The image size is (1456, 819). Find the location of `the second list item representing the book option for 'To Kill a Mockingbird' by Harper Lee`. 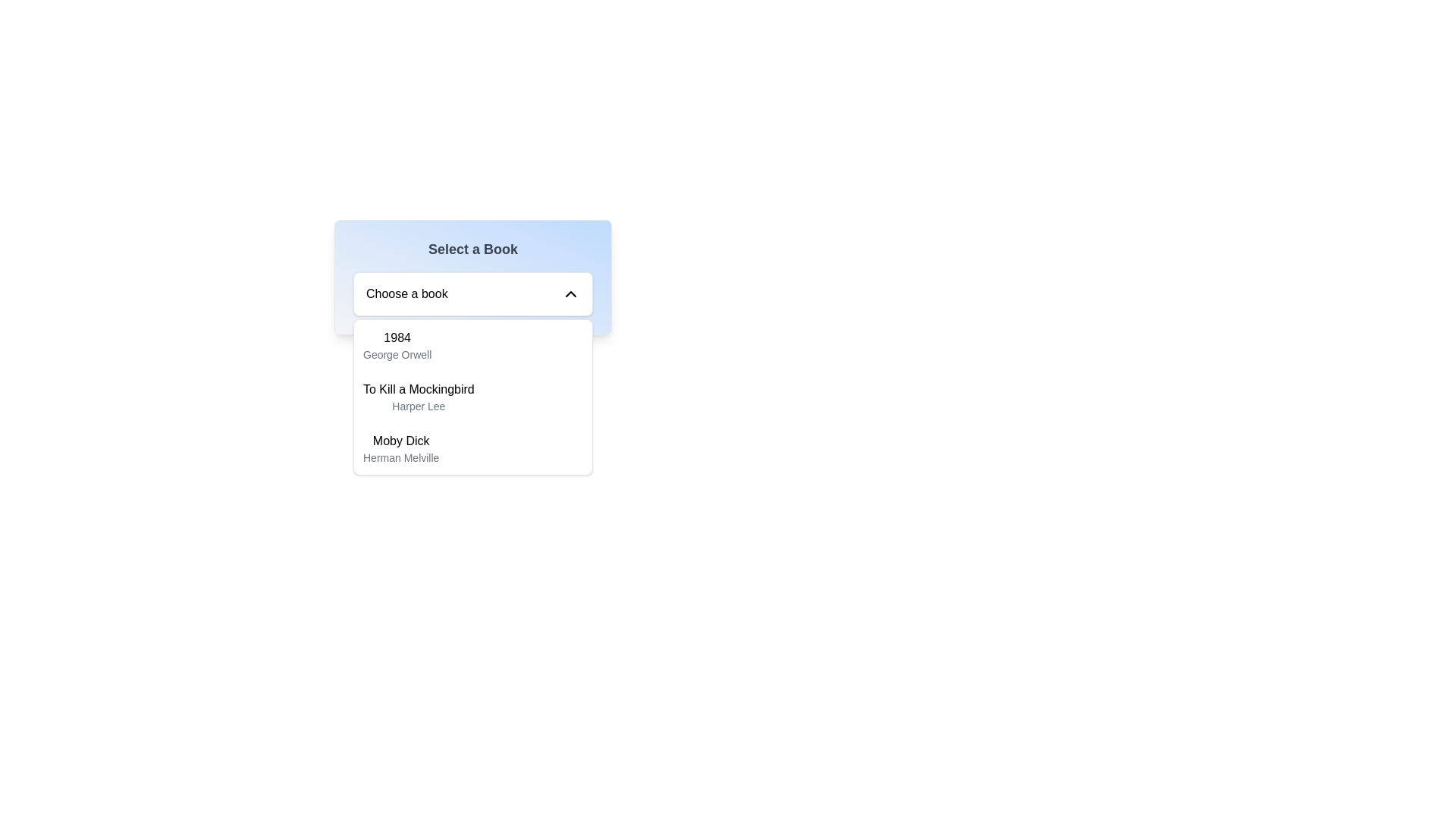

the second list item representing the book option for 'To Kill a Mockingbird' by Harper Lee is located at coordinates (419, 397).